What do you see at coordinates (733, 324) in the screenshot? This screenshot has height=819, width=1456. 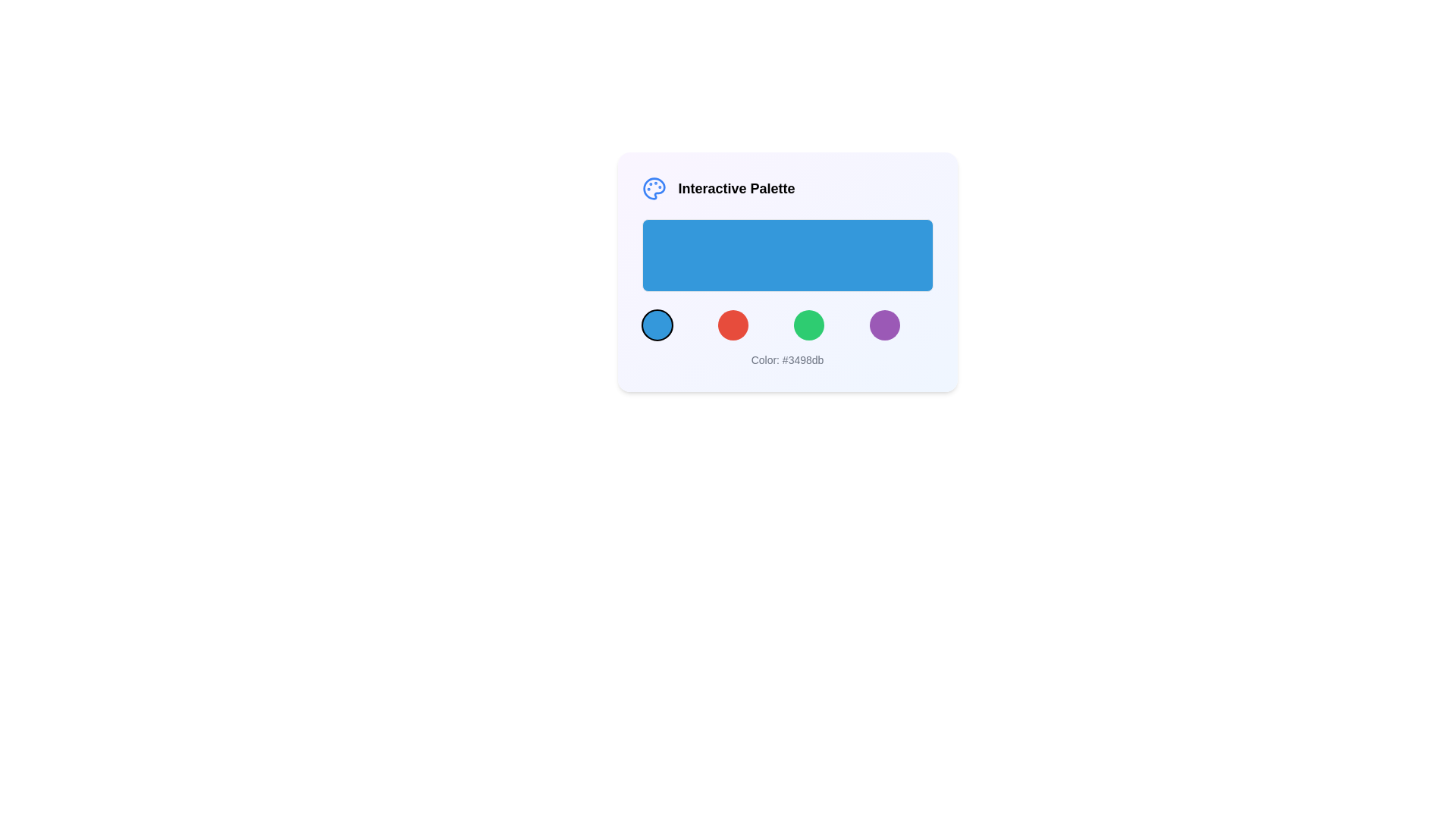 I see `the second circular button representing the red color in the color palette` at bounding box center [733, 324].